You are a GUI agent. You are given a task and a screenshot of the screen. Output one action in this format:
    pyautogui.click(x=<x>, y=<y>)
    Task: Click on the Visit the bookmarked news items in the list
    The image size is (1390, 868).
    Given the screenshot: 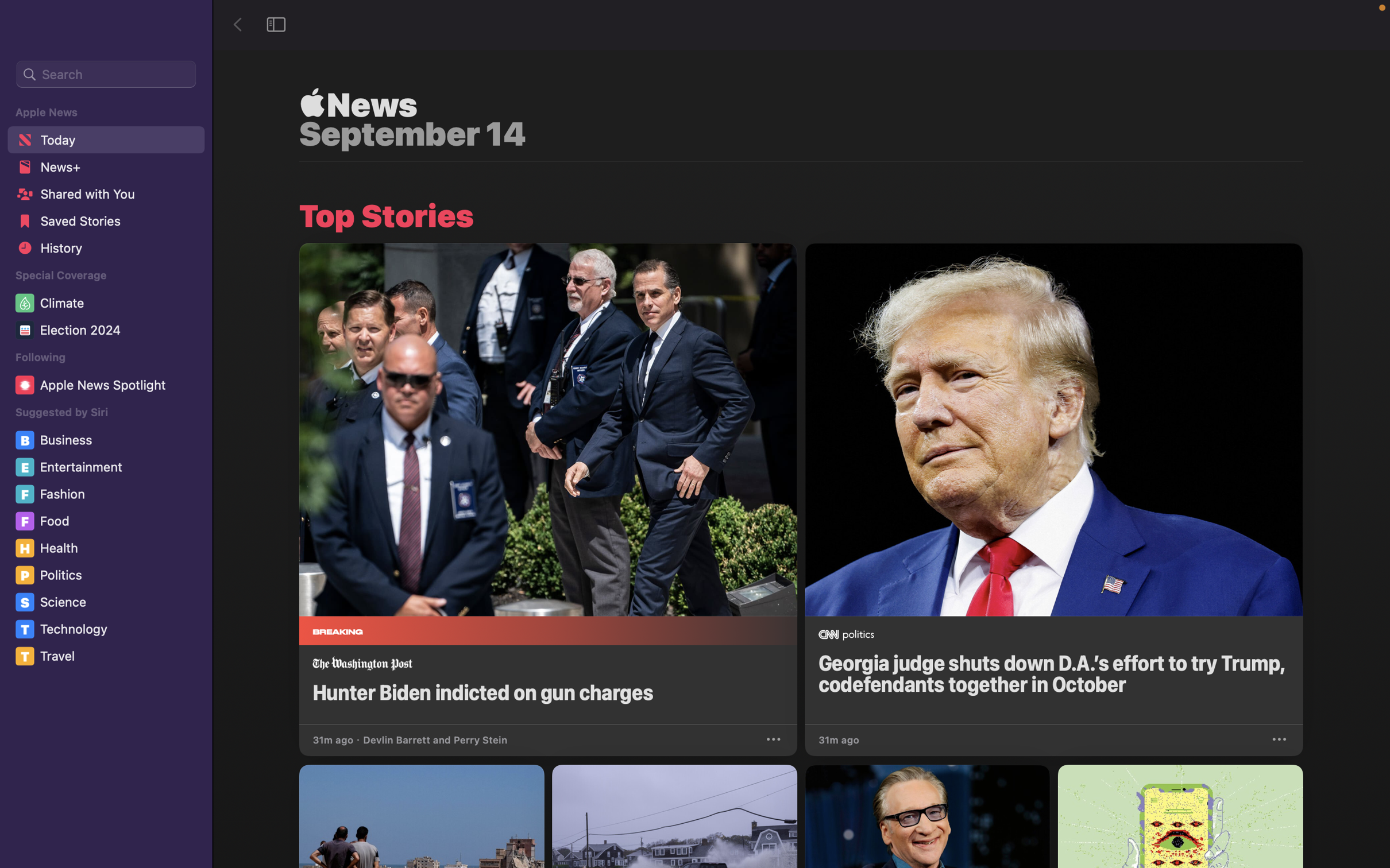 What is the action you would take?
    pyautogui.click(x=105, y=223)
    